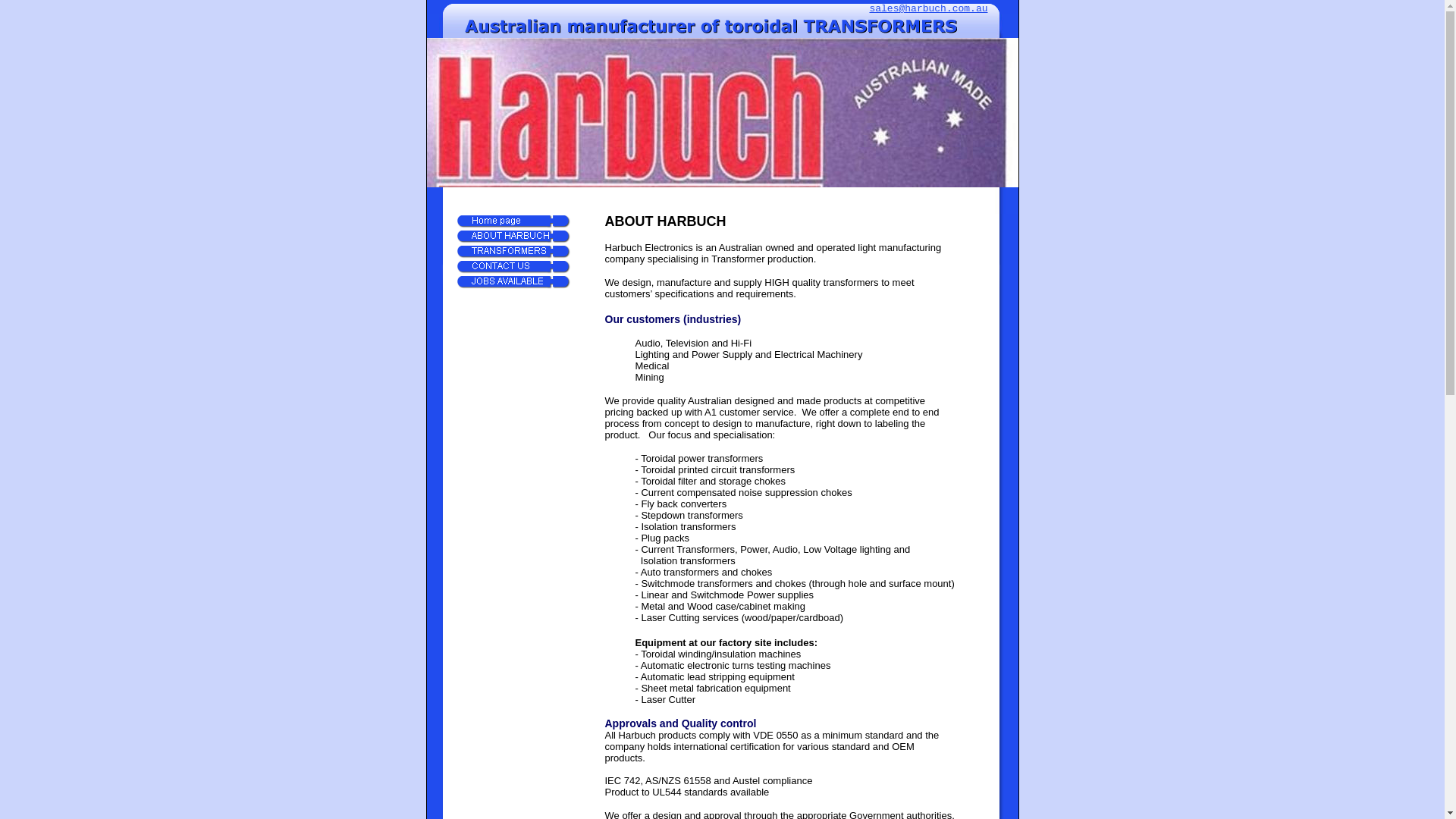 Image resolution: width=1456 pixels, height=819 pixels. What do you see at coordinates (513, 237) in the screenshot?
I see `'ABOUT HARBUCH'` at bounding box center [513, 237].